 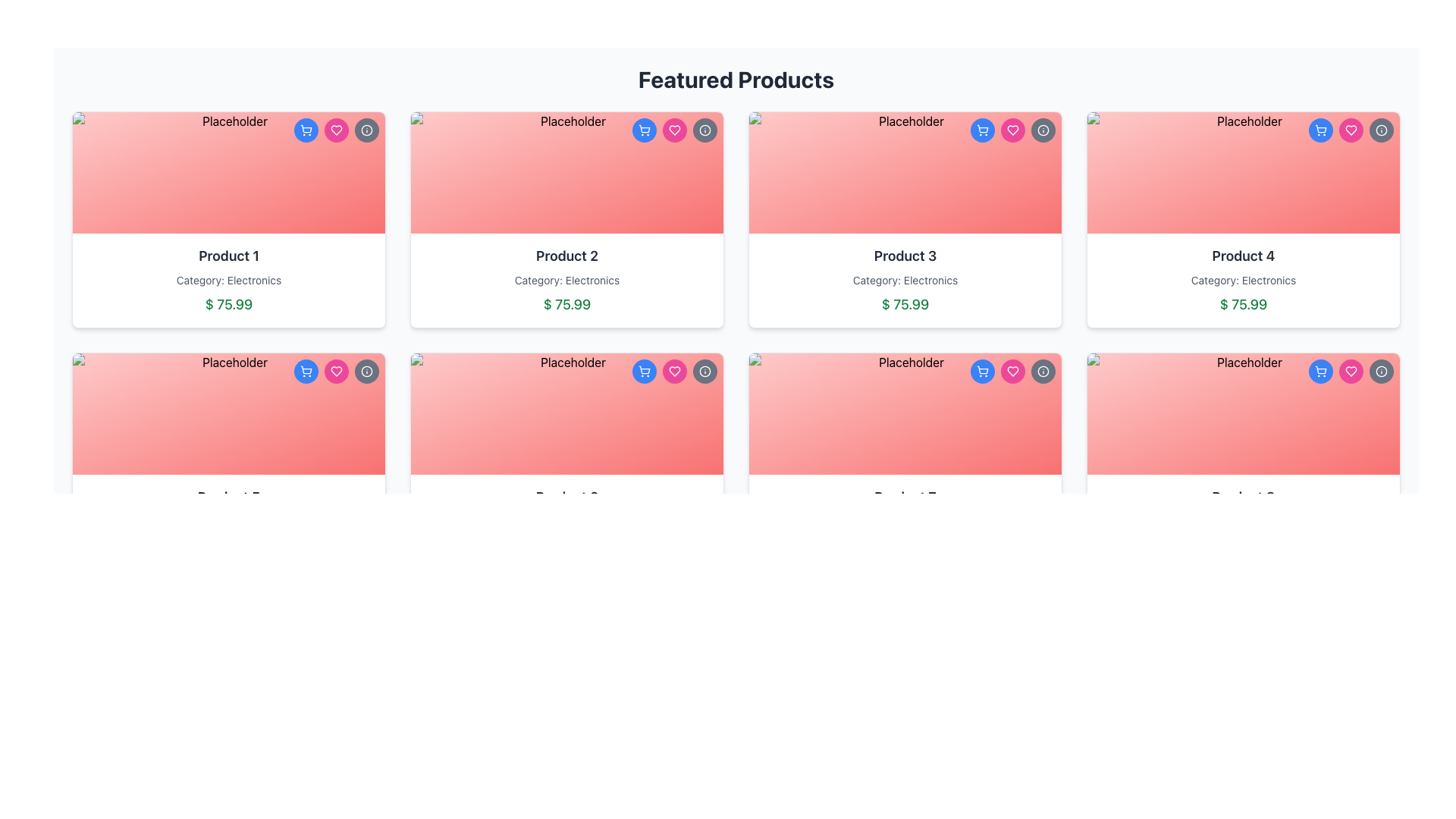 What do you see at coordinates (367, 371) in the screenshot?
I see `SVG Circle element located in the top-right section of the product card, which serves as a decorative icon within the icon group` at bounding box center [367, 371].